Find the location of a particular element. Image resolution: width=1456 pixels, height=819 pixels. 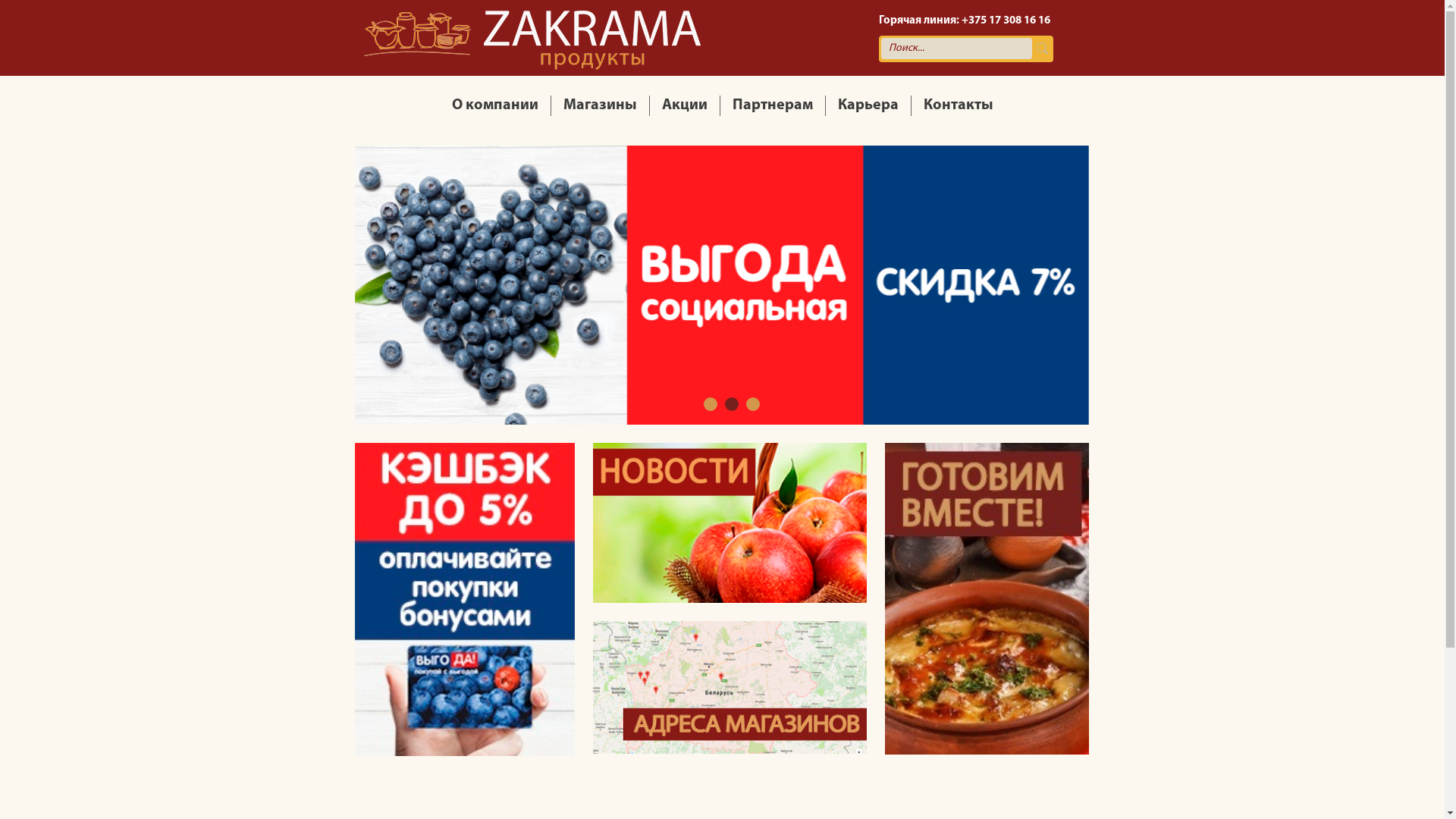

'Zakrama' is located at coordinates (532, 37).